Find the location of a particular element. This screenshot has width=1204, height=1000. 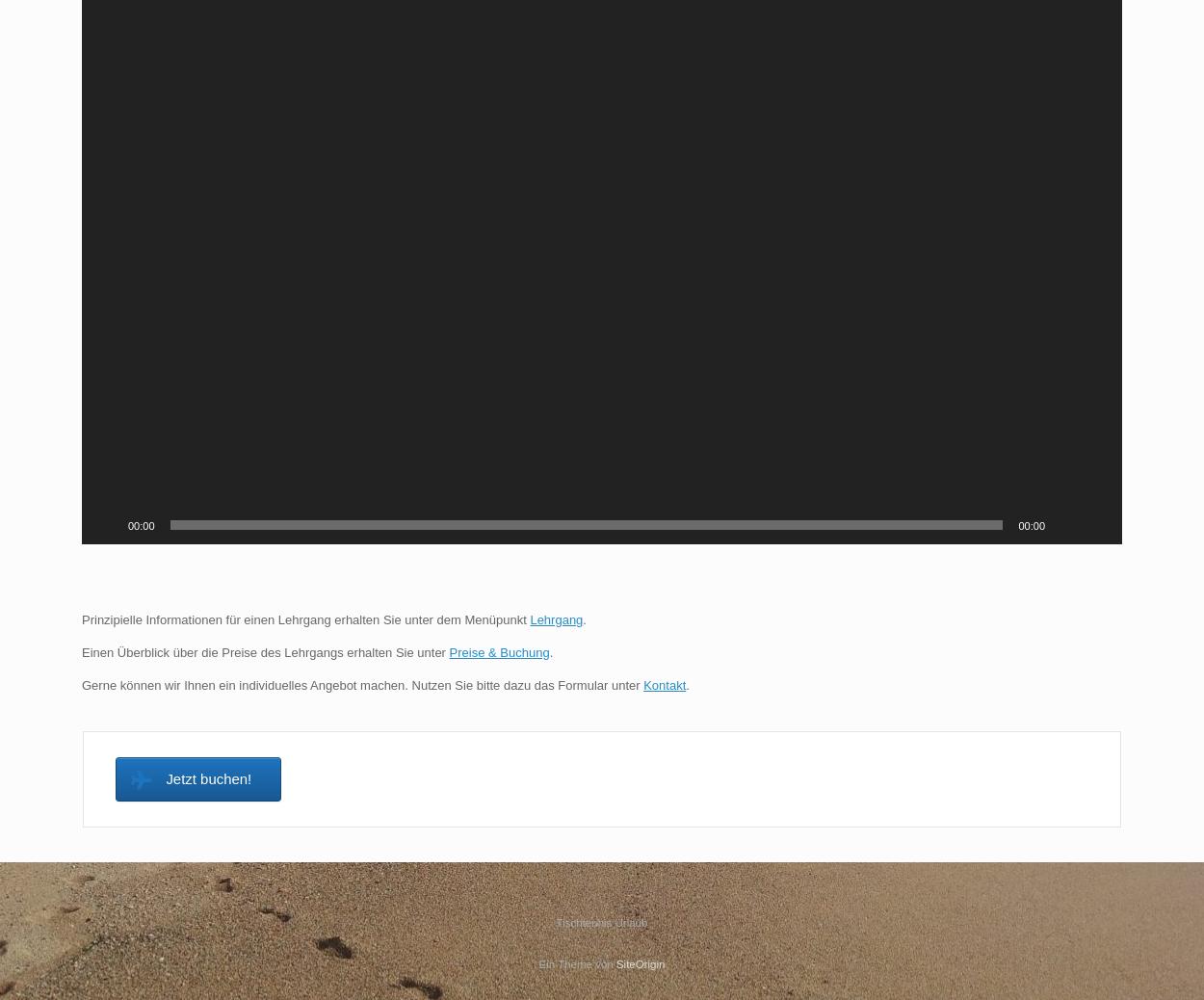

'Kontakt' is located at coordinates (664, 683).